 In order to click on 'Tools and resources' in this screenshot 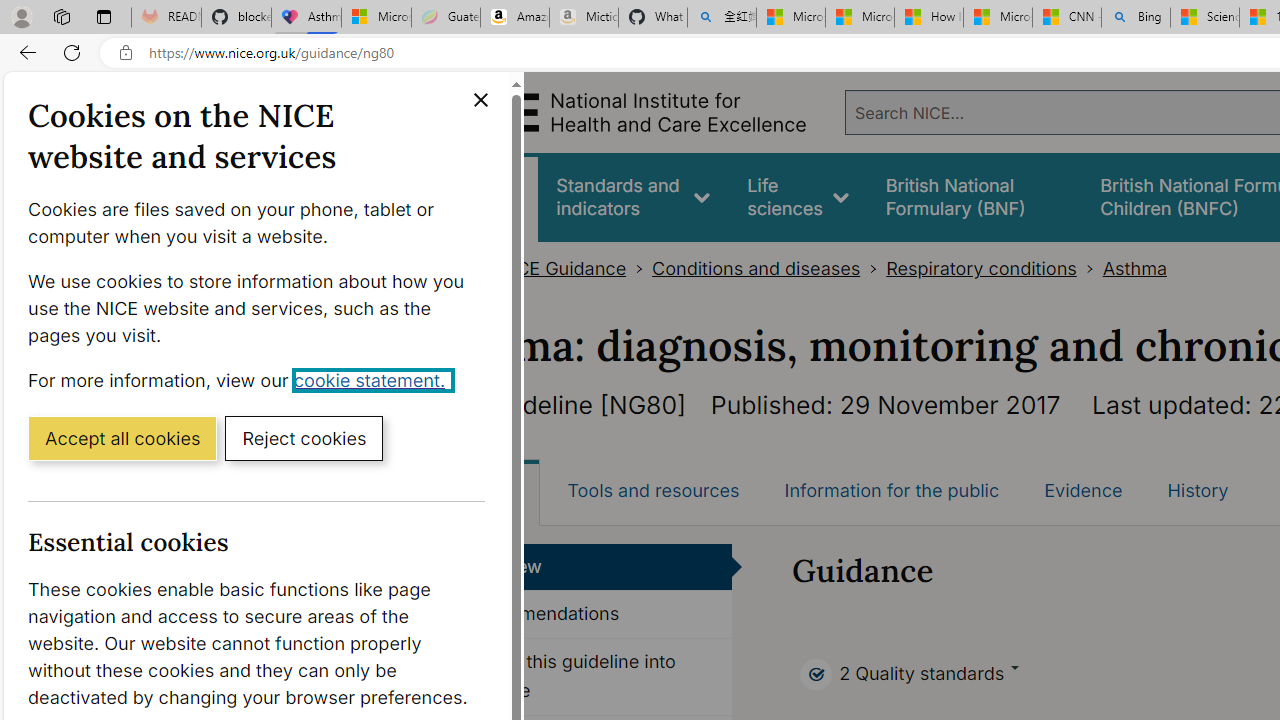, I will do `click(653, 491)`.